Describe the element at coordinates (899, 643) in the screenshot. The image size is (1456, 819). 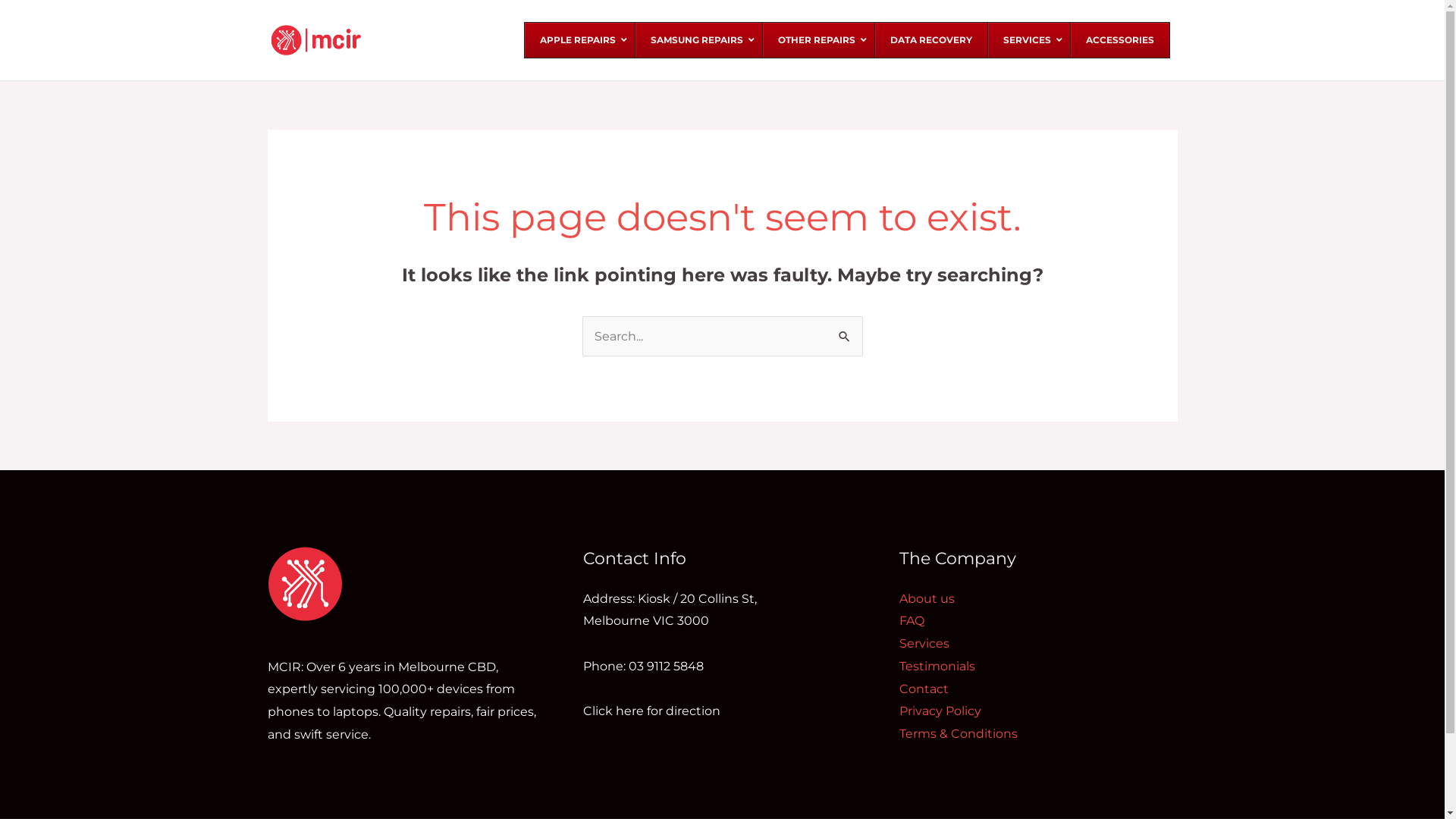
I see `'Services'` at that location.